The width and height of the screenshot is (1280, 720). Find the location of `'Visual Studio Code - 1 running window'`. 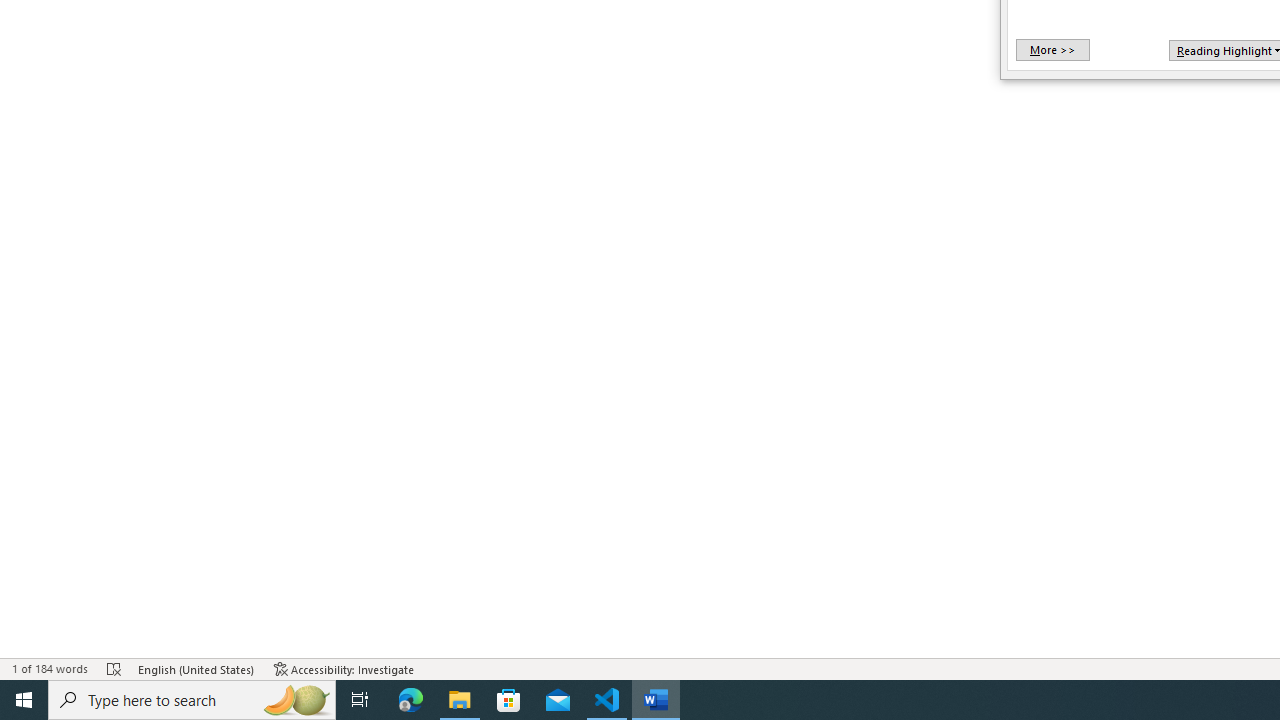

'Visual Studio Code - 1 running window' is located at coordinates (606, 698).